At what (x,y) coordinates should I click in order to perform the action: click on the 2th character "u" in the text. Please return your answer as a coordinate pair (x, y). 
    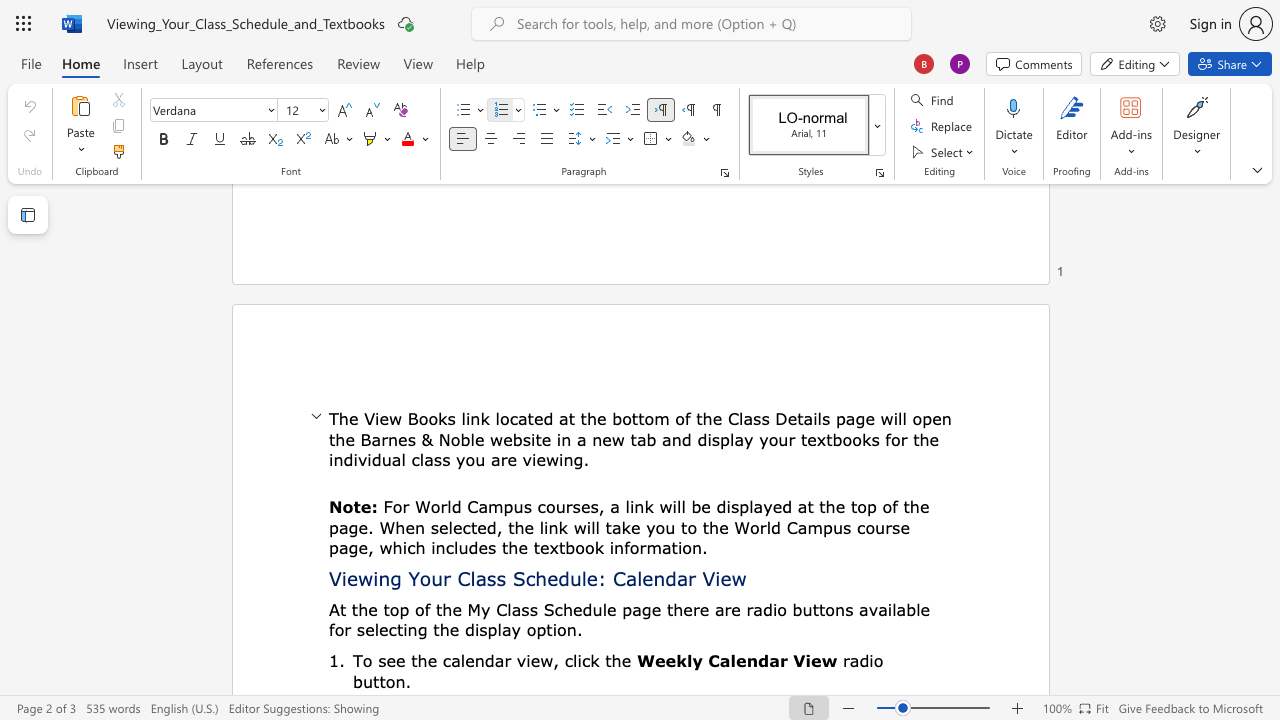
    Looking at the image, I should click on (386, 459).